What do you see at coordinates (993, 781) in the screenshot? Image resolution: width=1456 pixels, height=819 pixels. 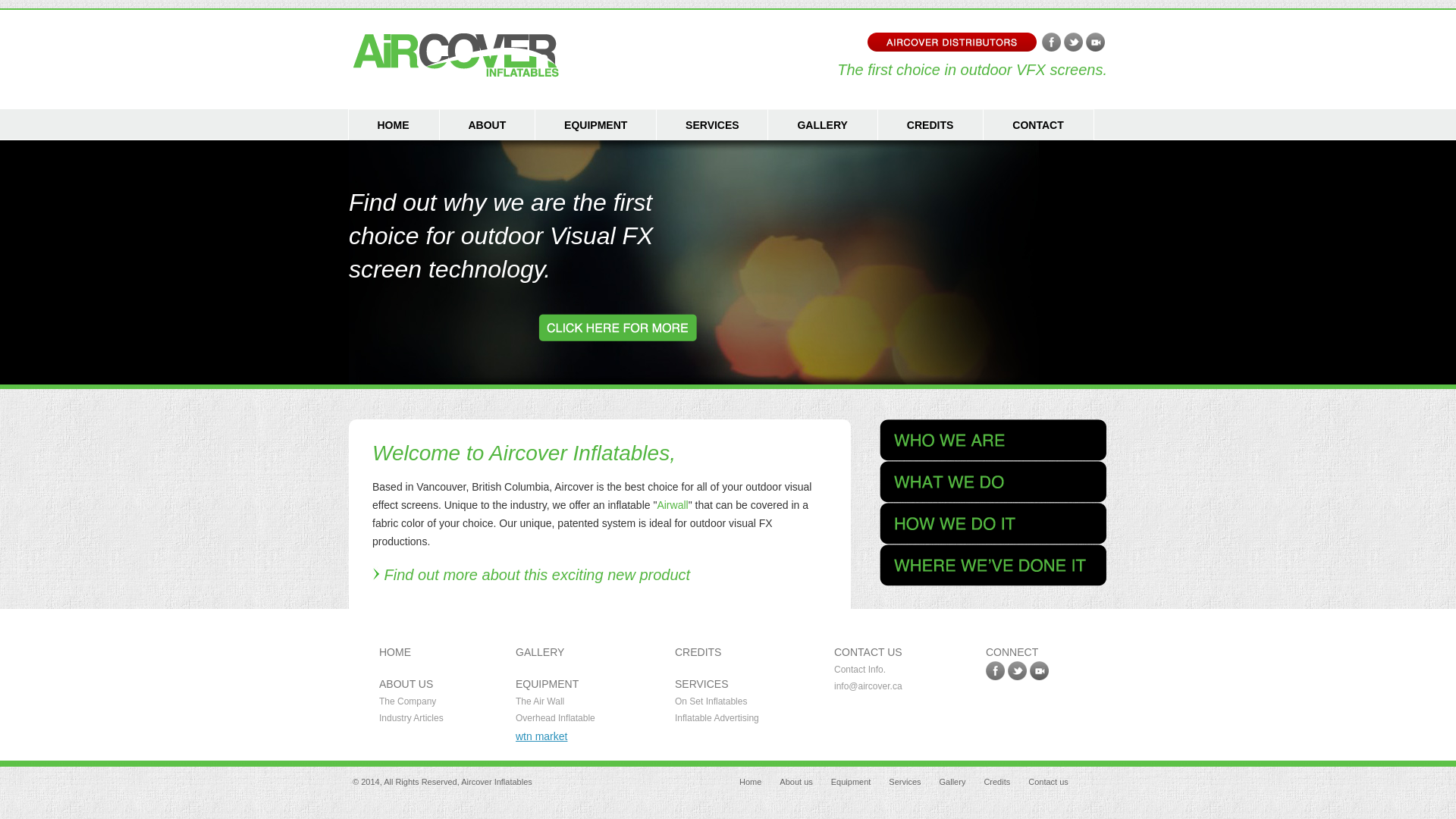 I see `'Credits'` at bounding box center [993, 781].